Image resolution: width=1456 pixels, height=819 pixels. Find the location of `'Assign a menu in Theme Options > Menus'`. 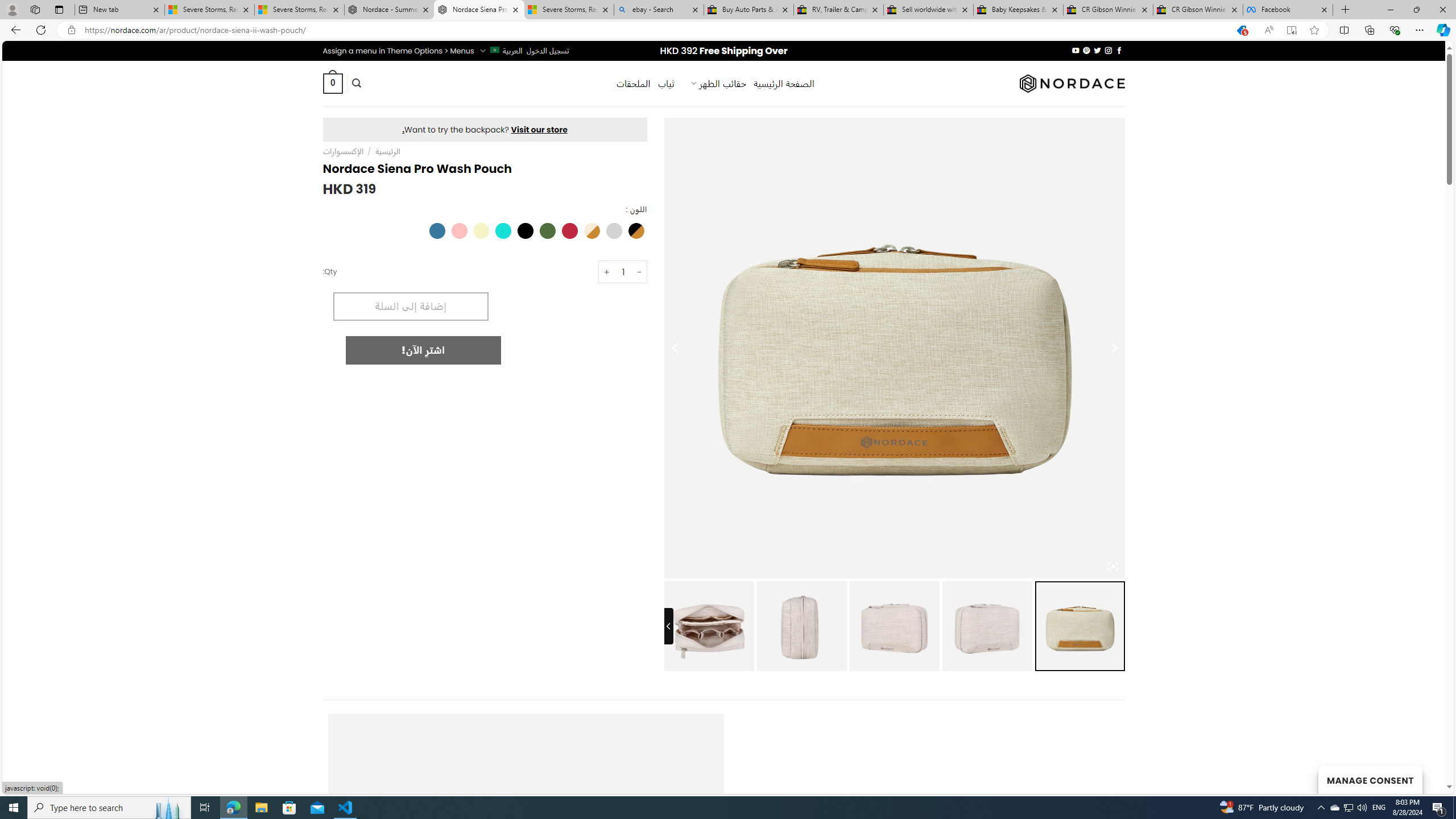

'Assign a menu in Theme Options > Menus' is located at coordinates (398, 50).